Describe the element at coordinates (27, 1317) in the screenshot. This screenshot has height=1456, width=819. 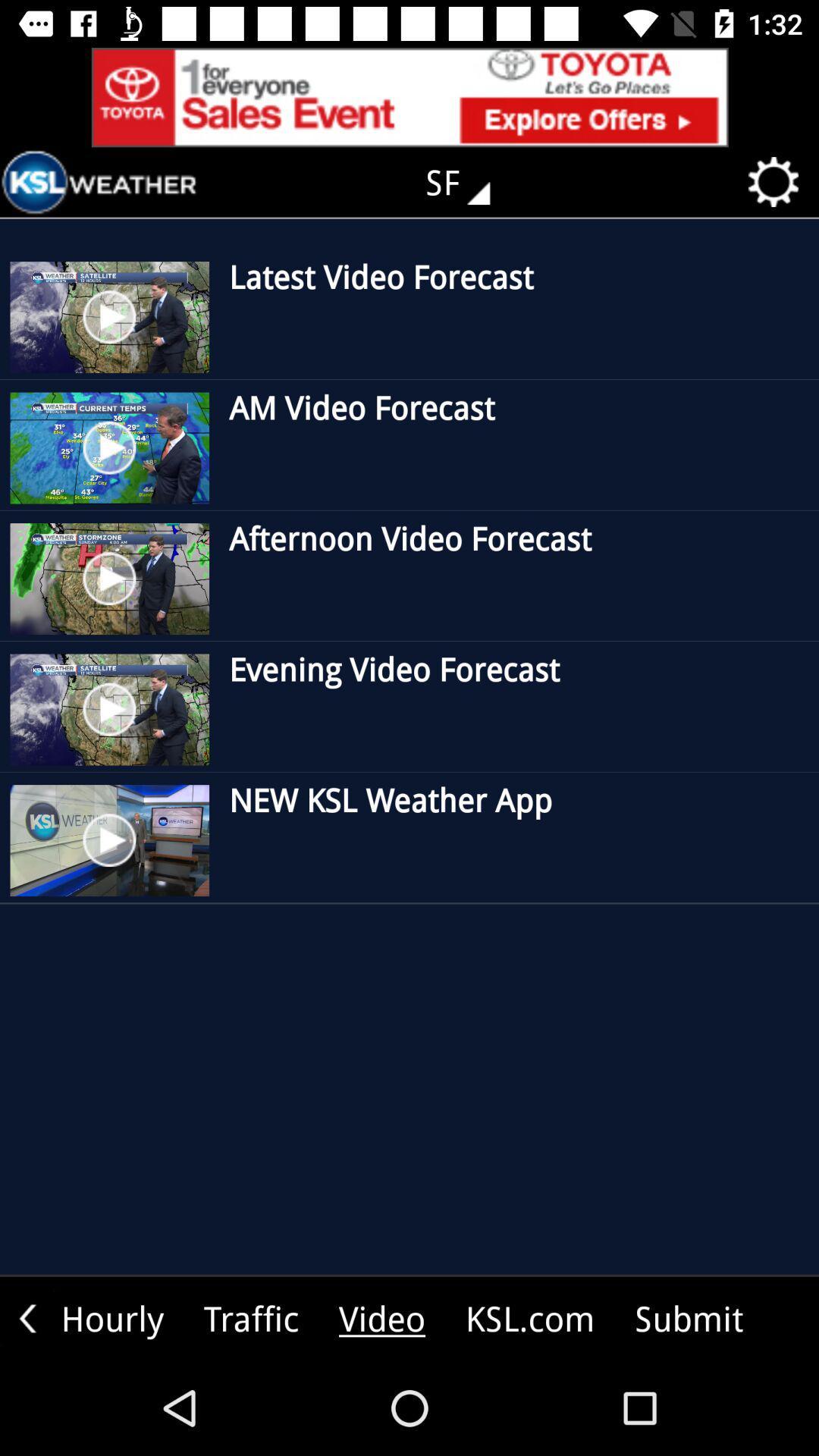
I see `the arrow_backward icon` at that location.